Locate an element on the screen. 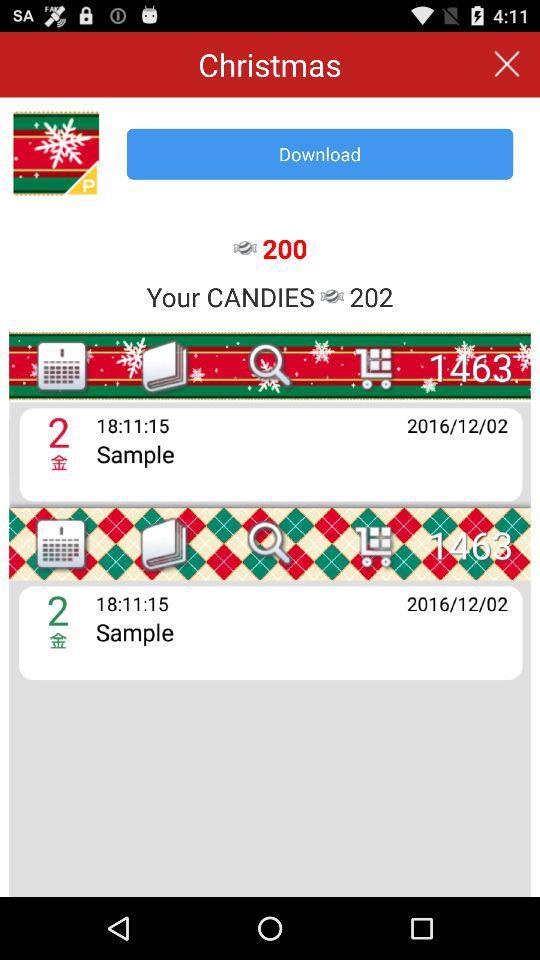 This screenshot has width=540, height=960. the item next to christmas icon is located at coordinates (507, 64).